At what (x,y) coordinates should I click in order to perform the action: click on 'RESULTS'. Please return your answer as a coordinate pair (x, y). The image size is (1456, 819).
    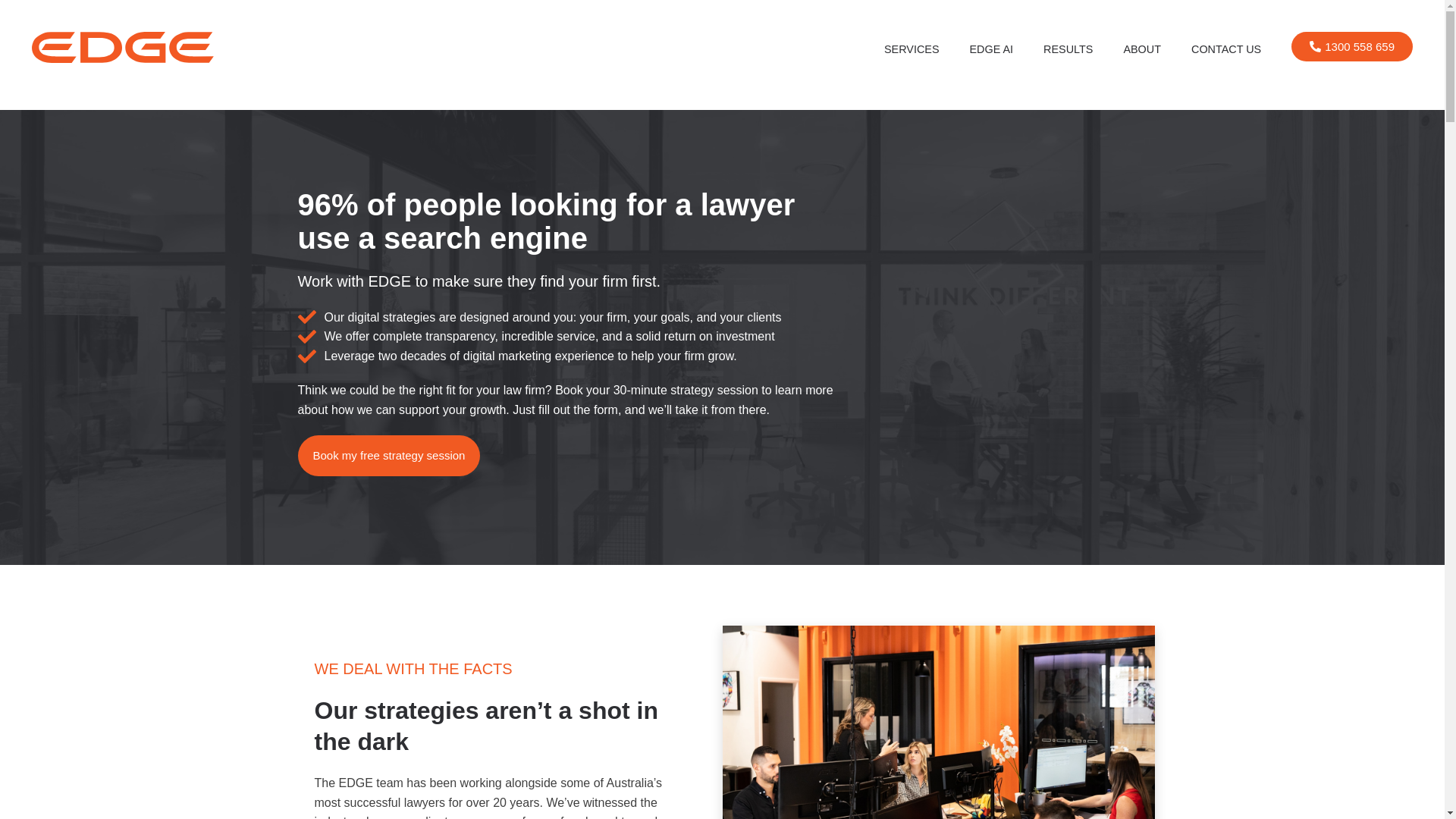
    Looking at the image, I should click on (1067, 49).